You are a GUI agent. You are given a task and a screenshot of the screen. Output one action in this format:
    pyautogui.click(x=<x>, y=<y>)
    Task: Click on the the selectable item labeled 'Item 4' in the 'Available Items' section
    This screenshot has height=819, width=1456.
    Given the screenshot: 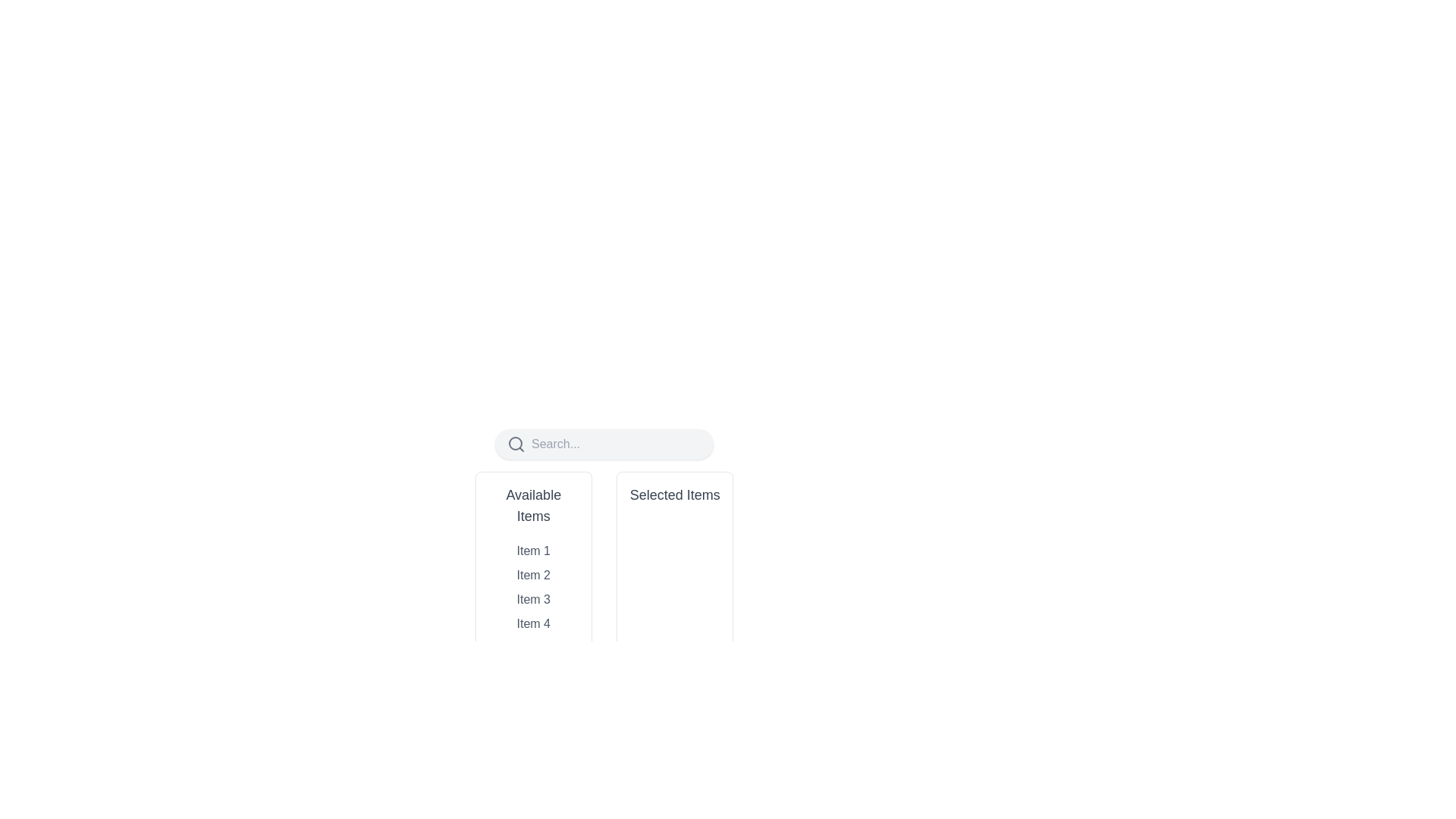 What is the action you would take?
    pyautogui.click(x=533, y=623)
    